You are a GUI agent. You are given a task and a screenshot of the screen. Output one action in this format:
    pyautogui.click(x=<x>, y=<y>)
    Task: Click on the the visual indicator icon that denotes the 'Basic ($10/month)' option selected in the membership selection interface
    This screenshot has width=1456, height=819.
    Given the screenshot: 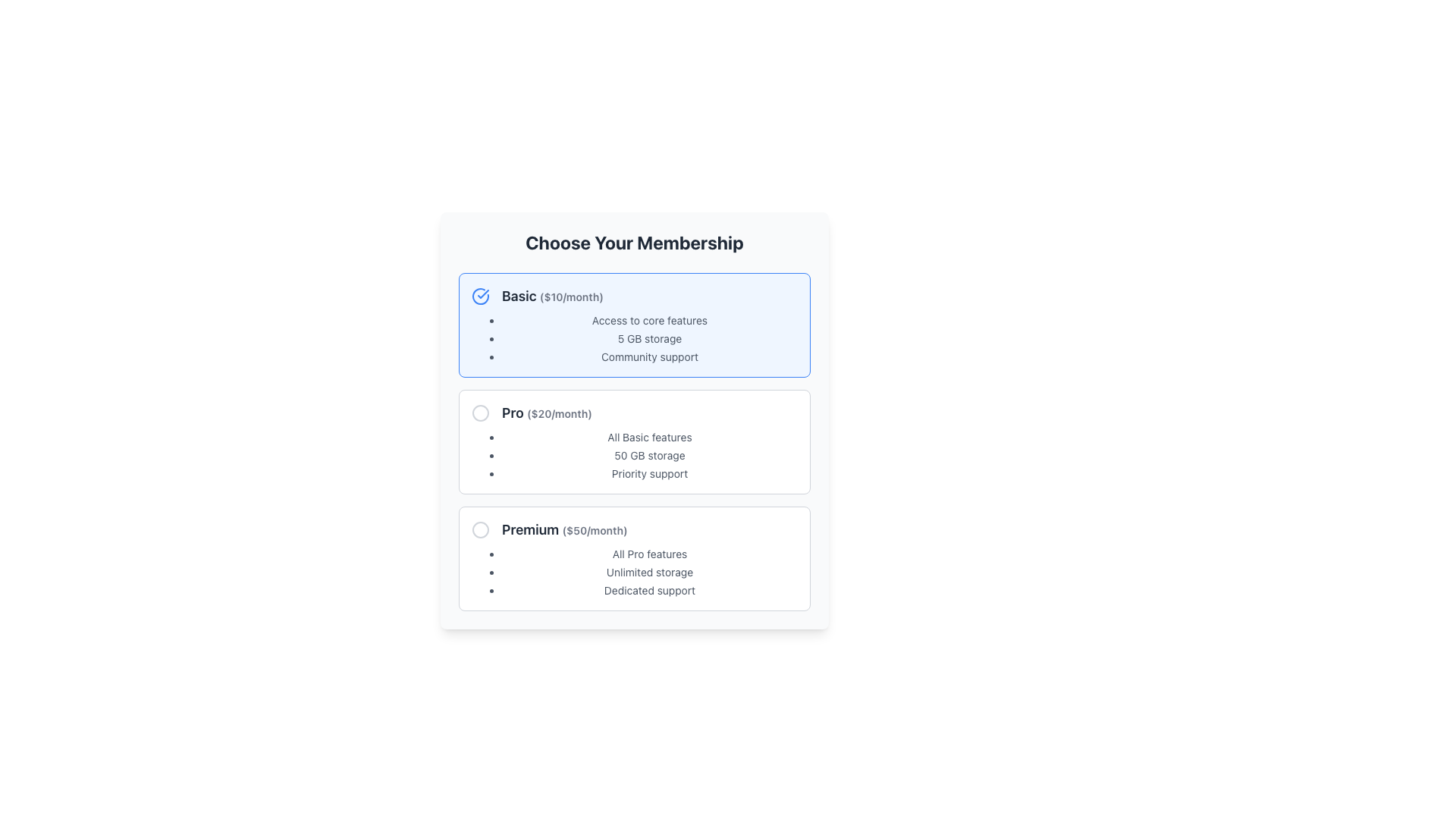 What is the action you would take?
    pyautogui.click(x=479, y=296)
    